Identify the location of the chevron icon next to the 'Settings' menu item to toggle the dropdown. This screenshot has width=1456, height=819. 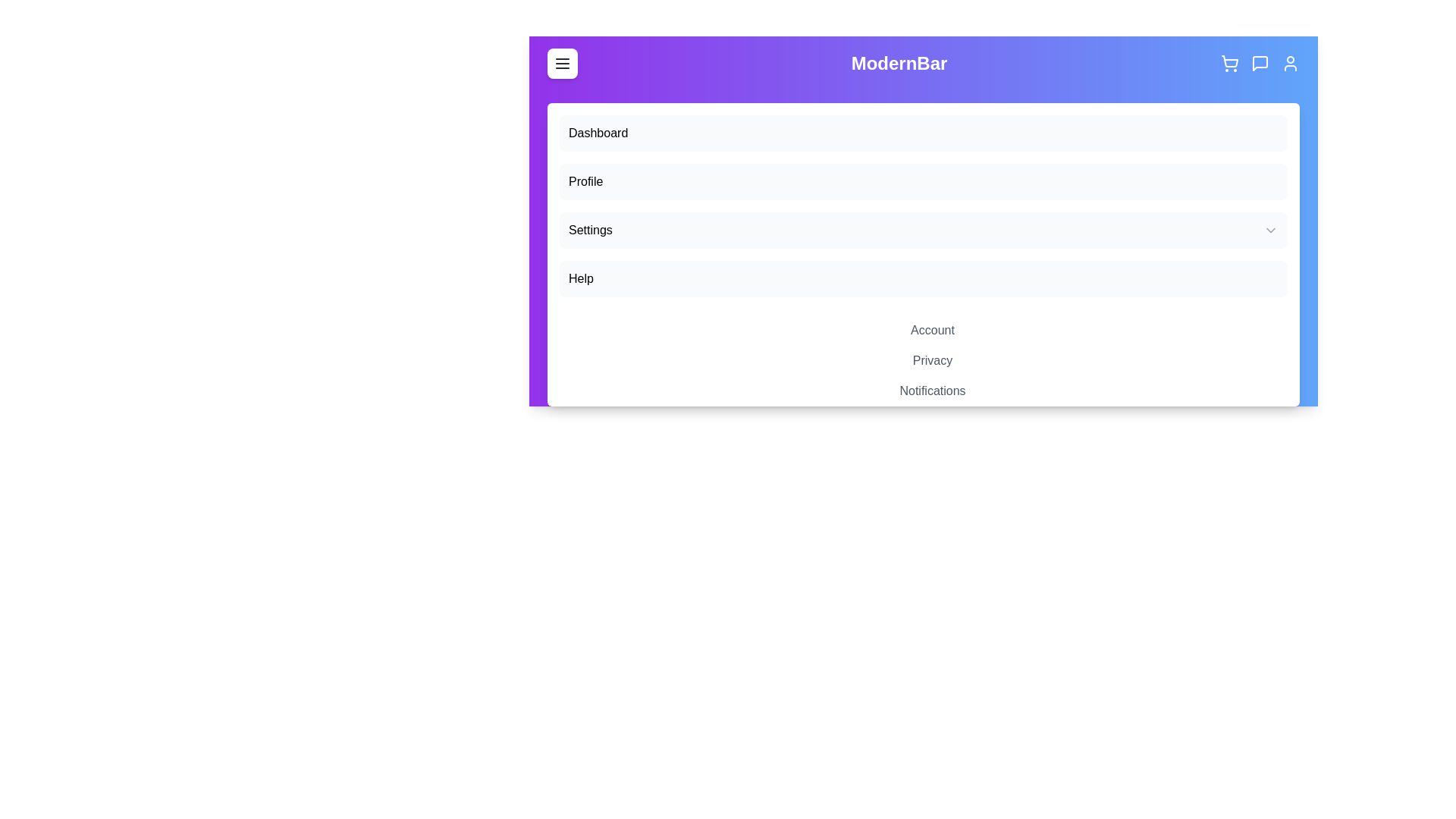
(1270, 231).